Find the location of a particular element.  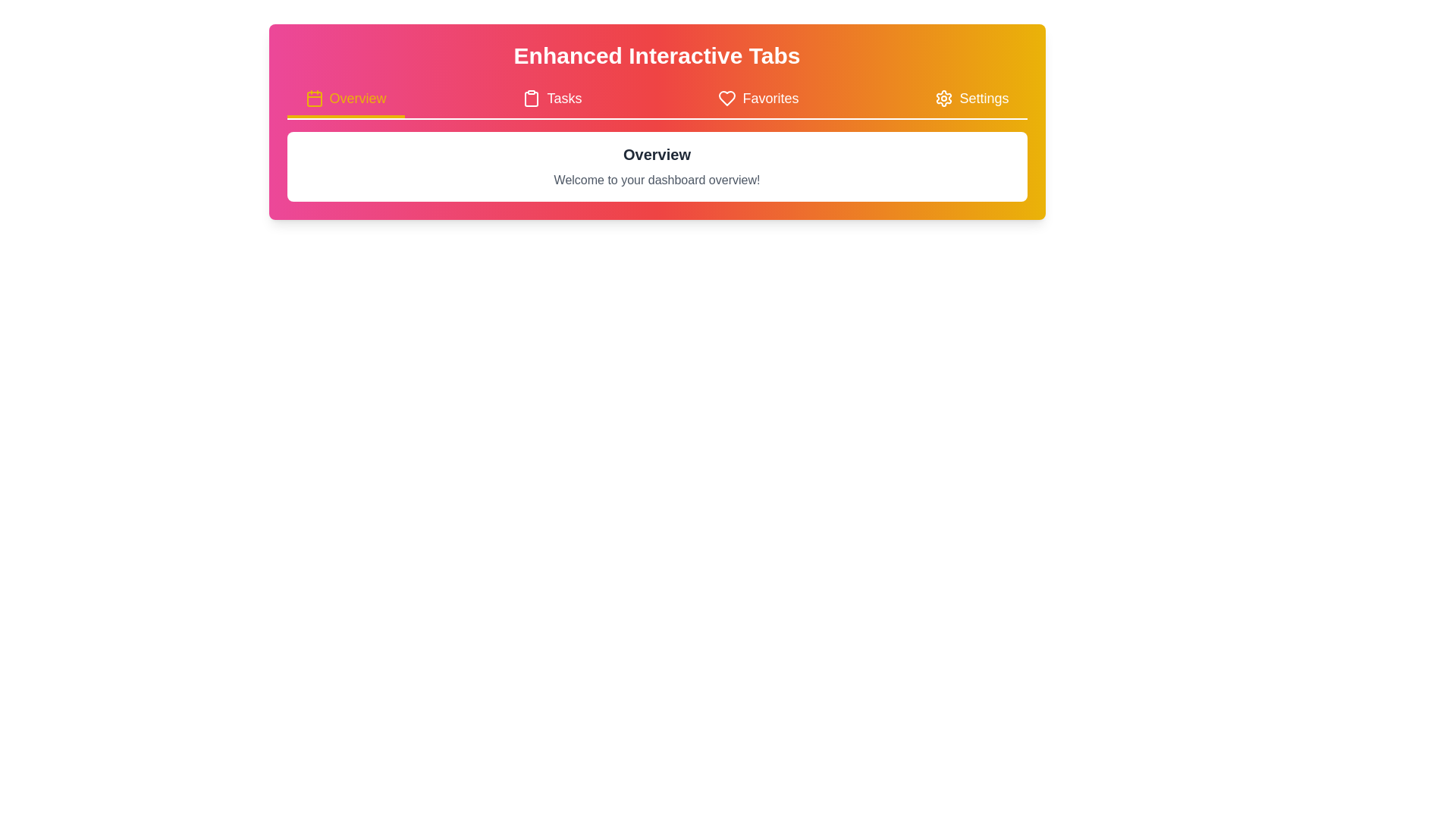

the 'Settings' menu item, which is styled with a white font and a gear icon is located at coordinates (971, 99).